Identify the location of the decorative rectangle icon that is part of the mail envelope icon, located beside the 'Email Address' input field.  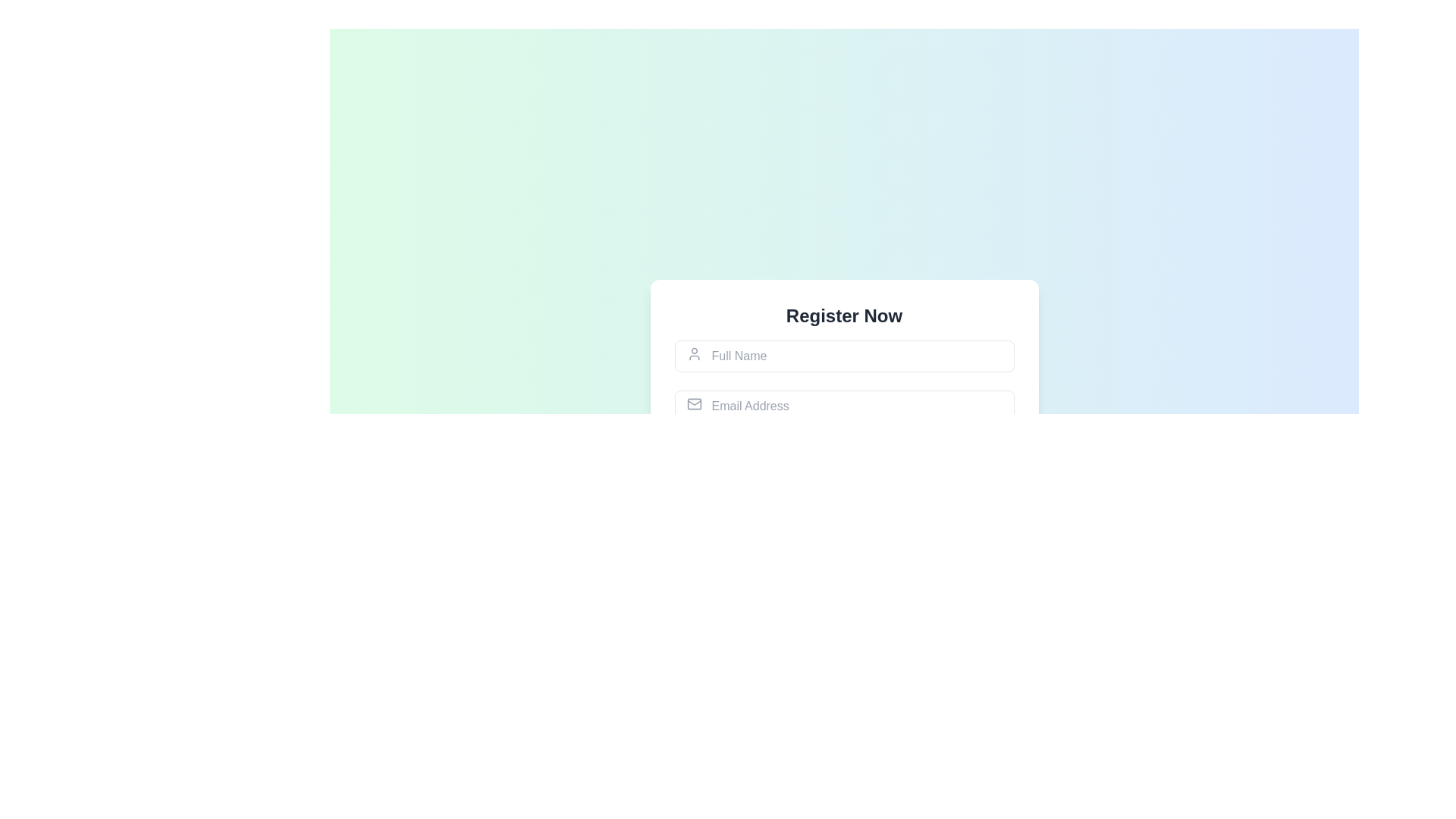
(693, 403).